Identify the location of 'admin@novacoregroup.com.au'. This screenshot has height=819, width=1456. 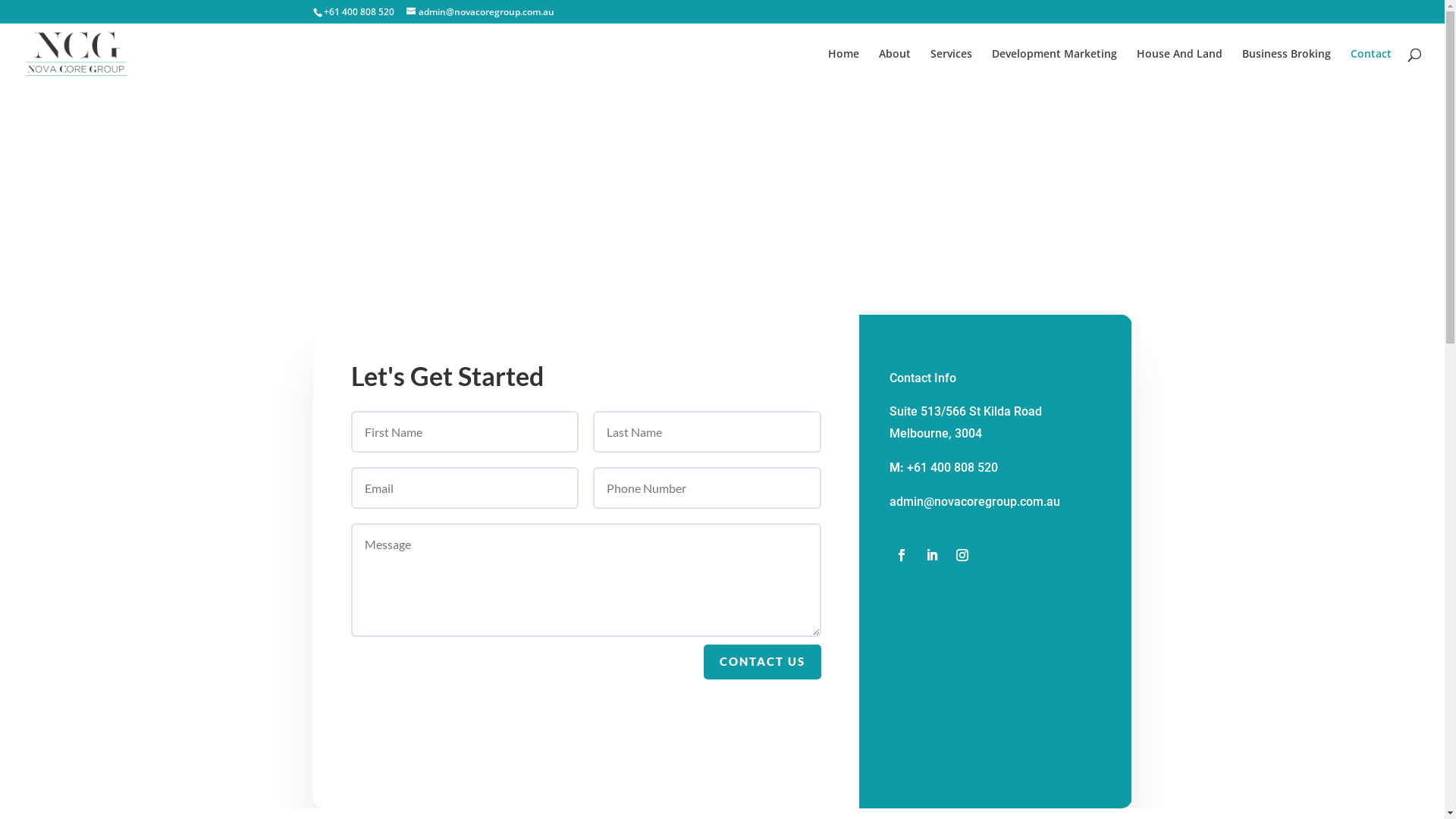
(479, 11).